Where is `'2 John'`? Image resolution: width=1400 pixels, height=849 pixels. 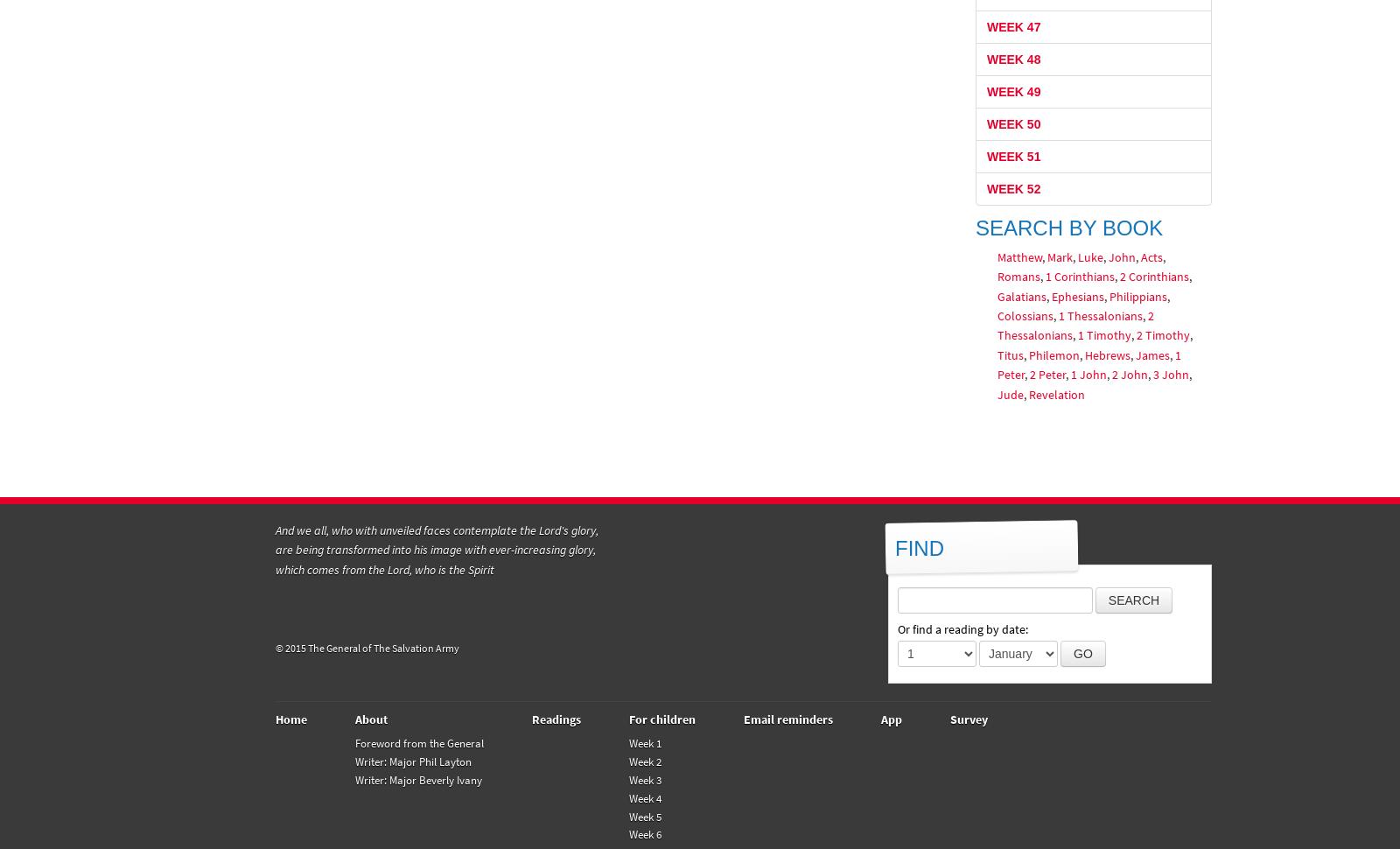
'2 John' is located at coordinates (1109, 375).